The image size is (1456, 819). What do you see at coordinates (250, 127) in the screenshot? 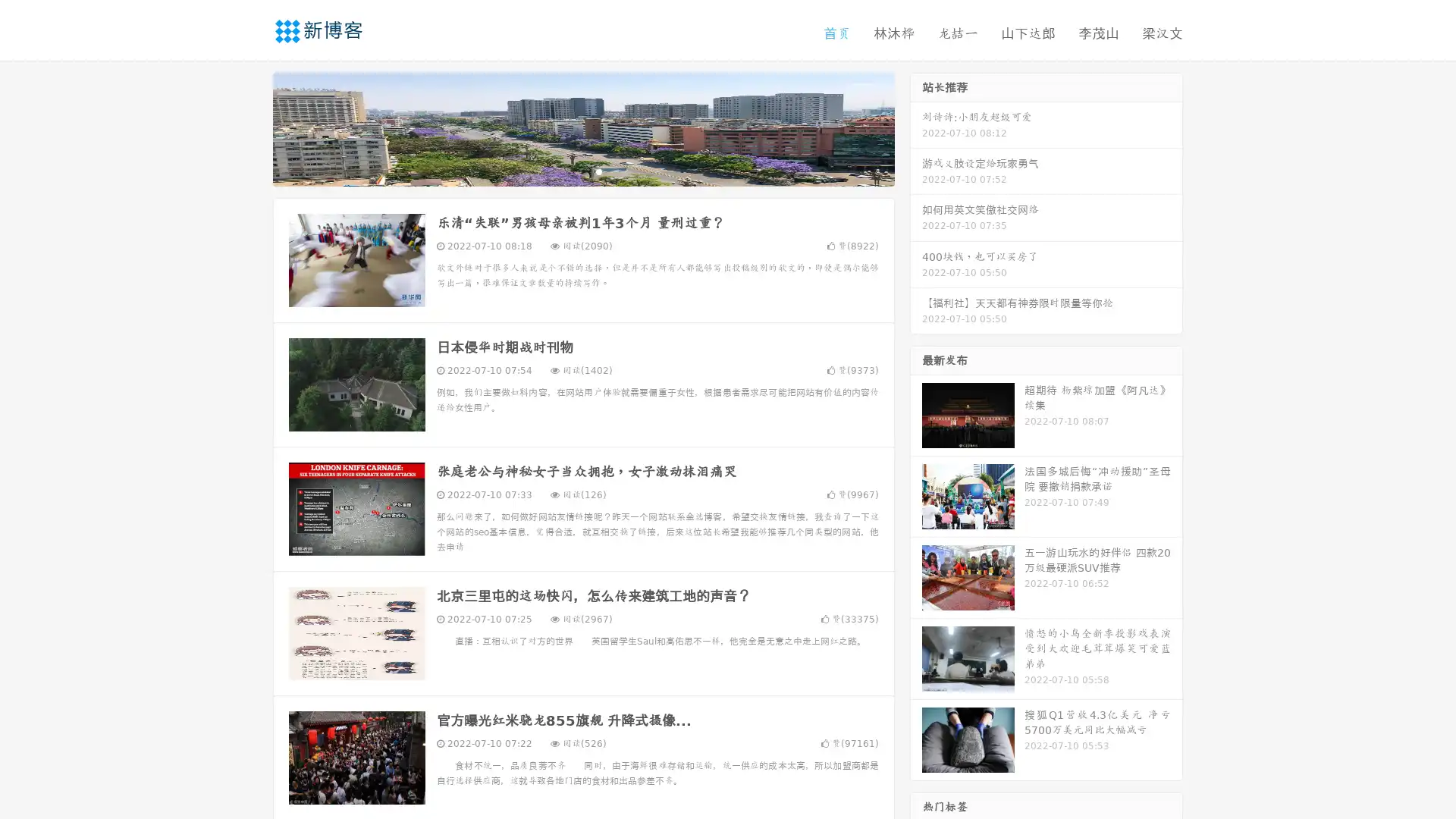
I see `Previous slide` at bounding box center [250, 127].